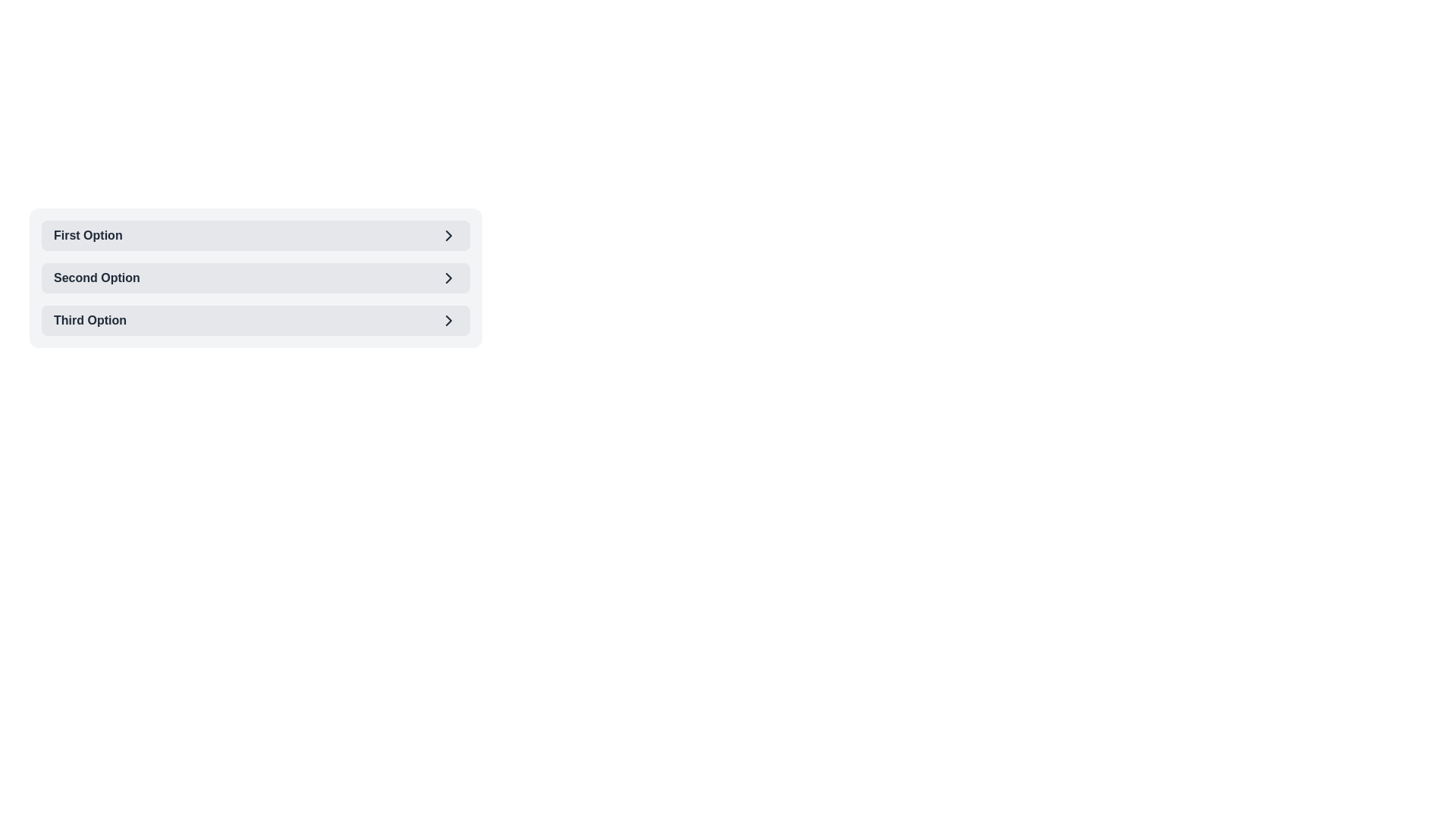 Image resolution: width=1456 pixels, height=819 pixels. I want to click on the interactive option selector button located at the bottom of a vertically stacked list, which expands further details or triggers an action, so click(256, 320).